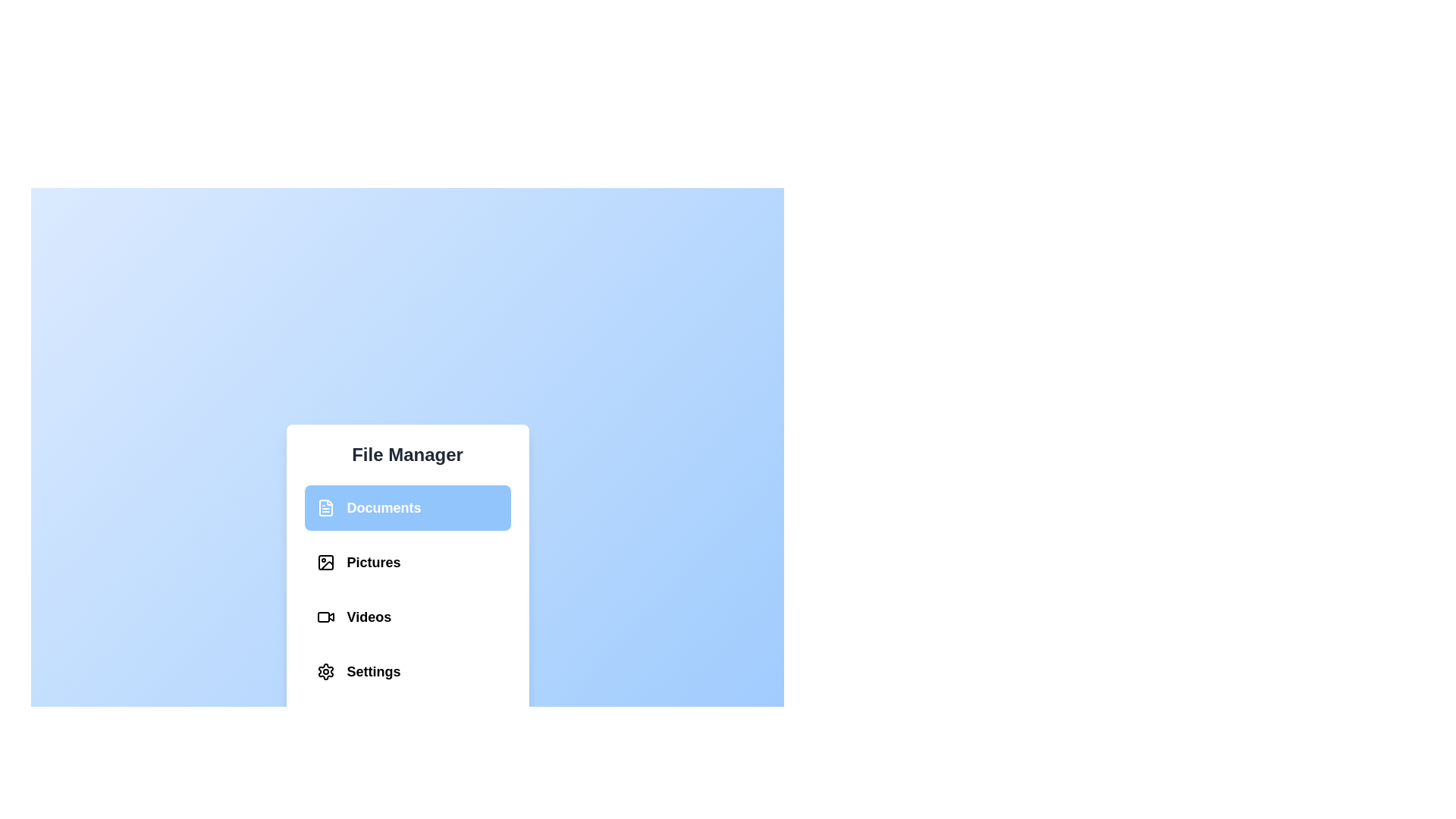 The height and width of the screenshot is (819, 1456). Describe the element at coordinates (325, 508) in the screenshot. I see `the Documents section in the File Management Menu` at that location.